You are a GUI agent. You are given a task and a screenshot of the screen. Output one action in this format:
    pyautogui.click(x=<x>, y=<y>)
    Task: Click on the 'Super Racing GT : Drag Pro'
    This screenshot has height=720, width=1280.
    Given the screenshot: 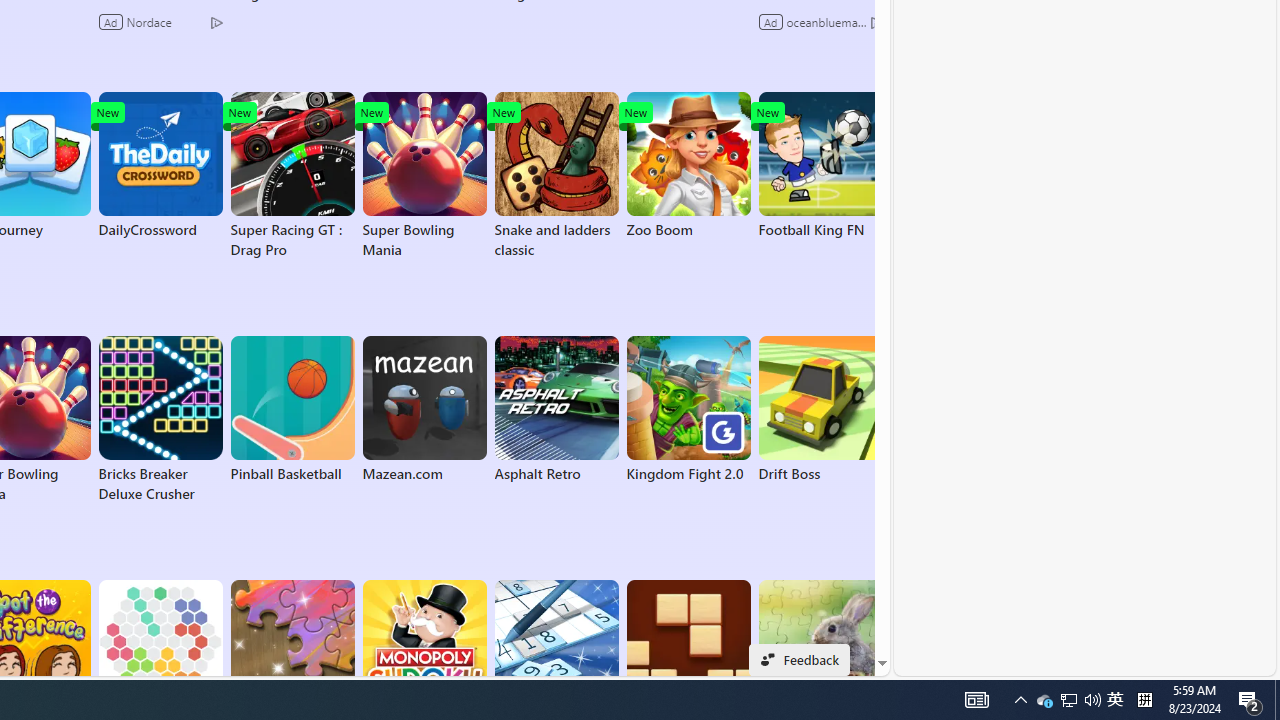 What is the action you would take?
    pyautogui.click(x=291, y=175)
    